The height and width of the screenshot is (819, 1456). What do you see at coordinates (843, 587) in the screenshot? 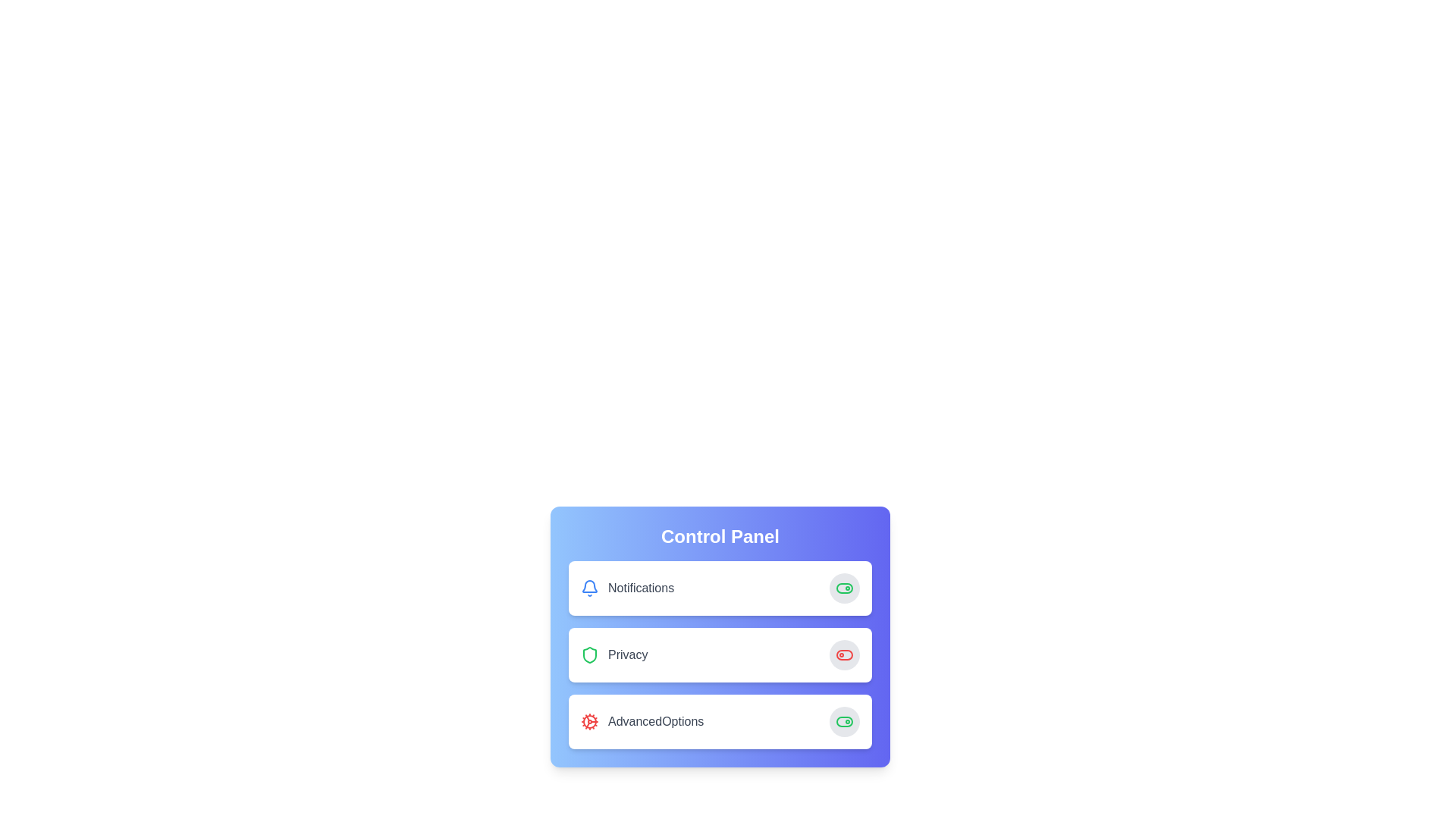
I see `the toggle switch background indicating the 'on' state within the 'AdvancedOptions' row` at bounding box center [843, 587].